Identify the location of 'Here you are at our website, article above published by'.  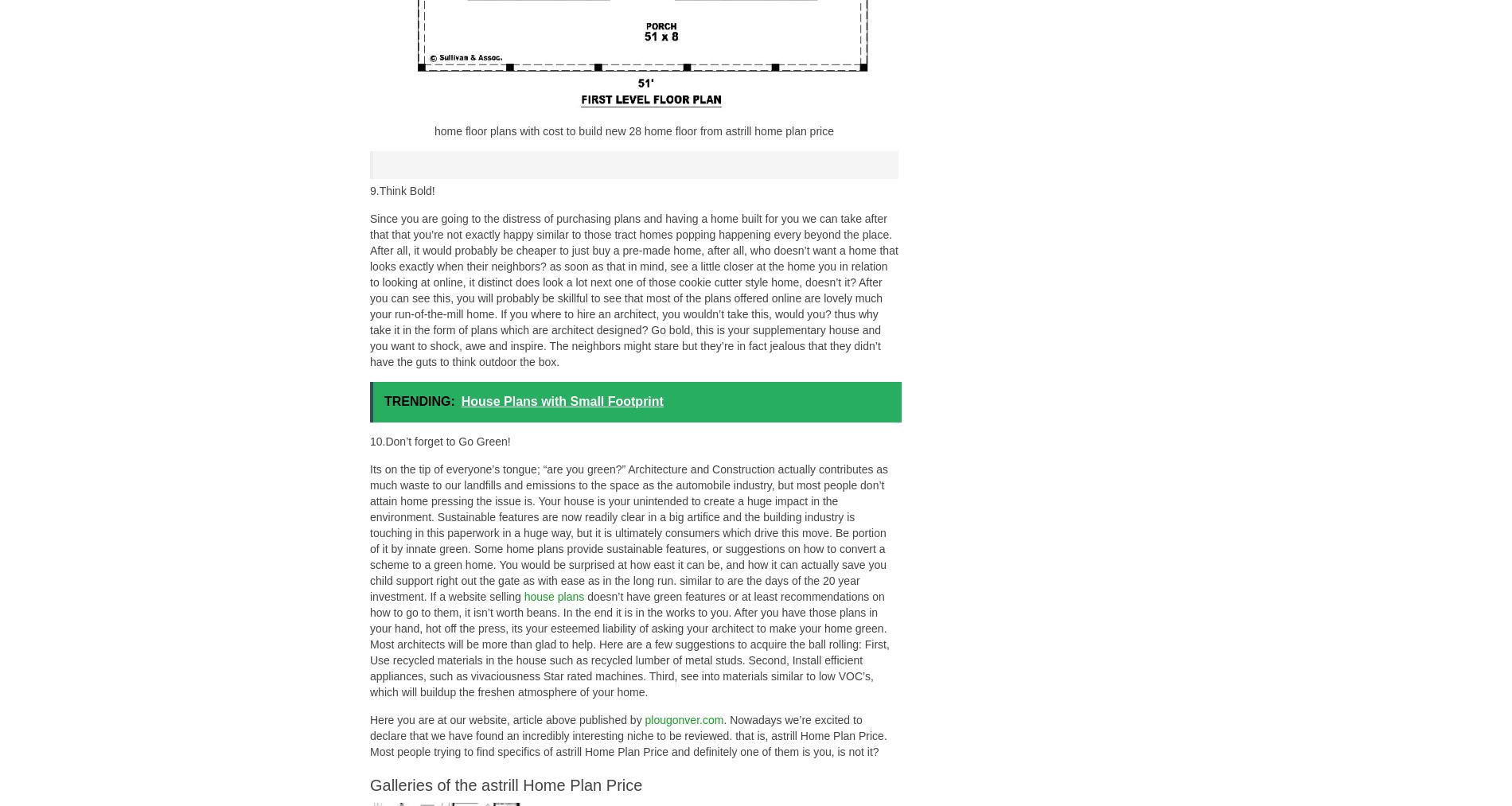
(507, 719).